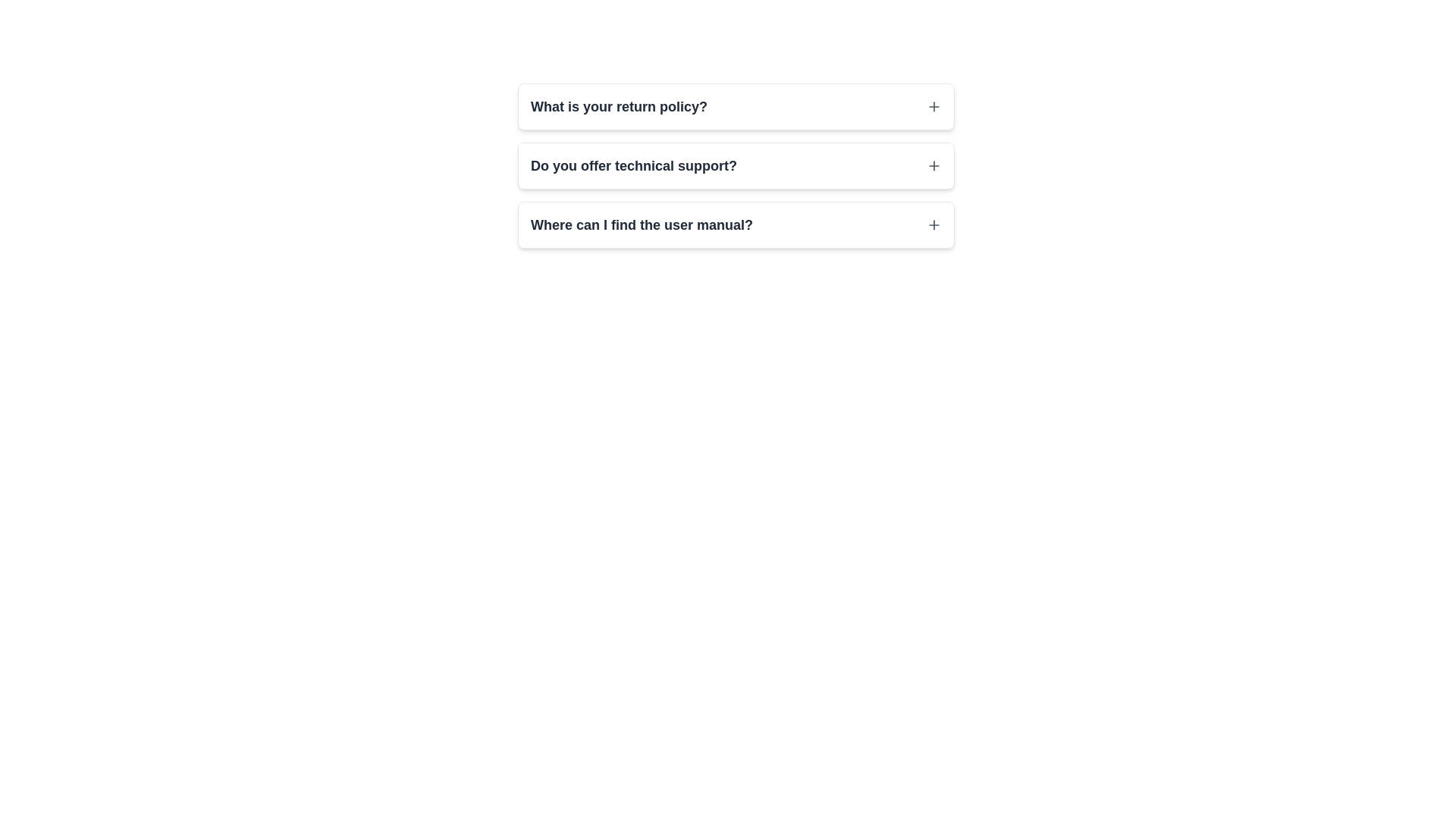 Image resolution: width=1456 pixels, height=819 pixels. What do you see at coordinates (934, 166) in the screenshot?
I see `the expand-toggle button located to the right of the 'Do you offer technical support?' text` at bounding box center [934, 166].